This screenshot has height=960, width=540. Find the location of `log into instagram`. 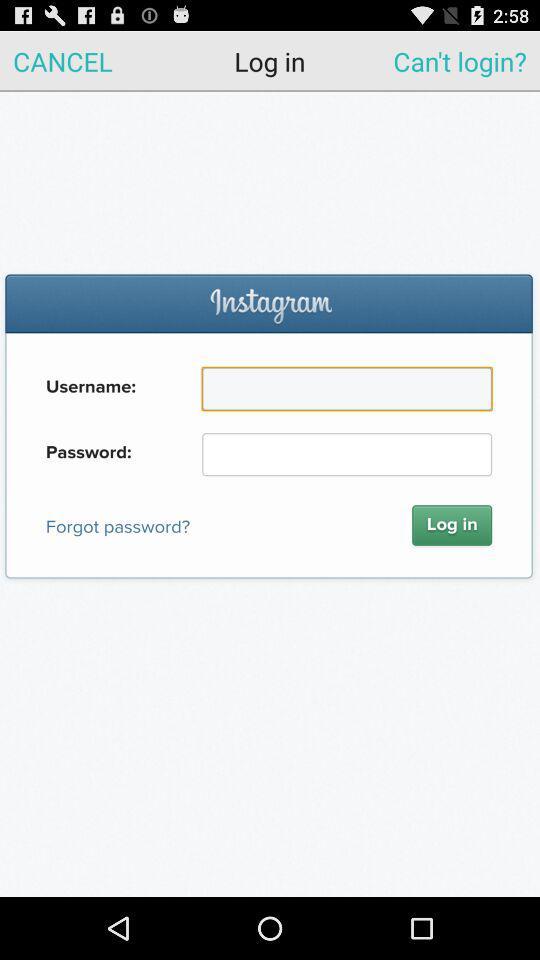

log into instagram is located at coordinates (270, 493).